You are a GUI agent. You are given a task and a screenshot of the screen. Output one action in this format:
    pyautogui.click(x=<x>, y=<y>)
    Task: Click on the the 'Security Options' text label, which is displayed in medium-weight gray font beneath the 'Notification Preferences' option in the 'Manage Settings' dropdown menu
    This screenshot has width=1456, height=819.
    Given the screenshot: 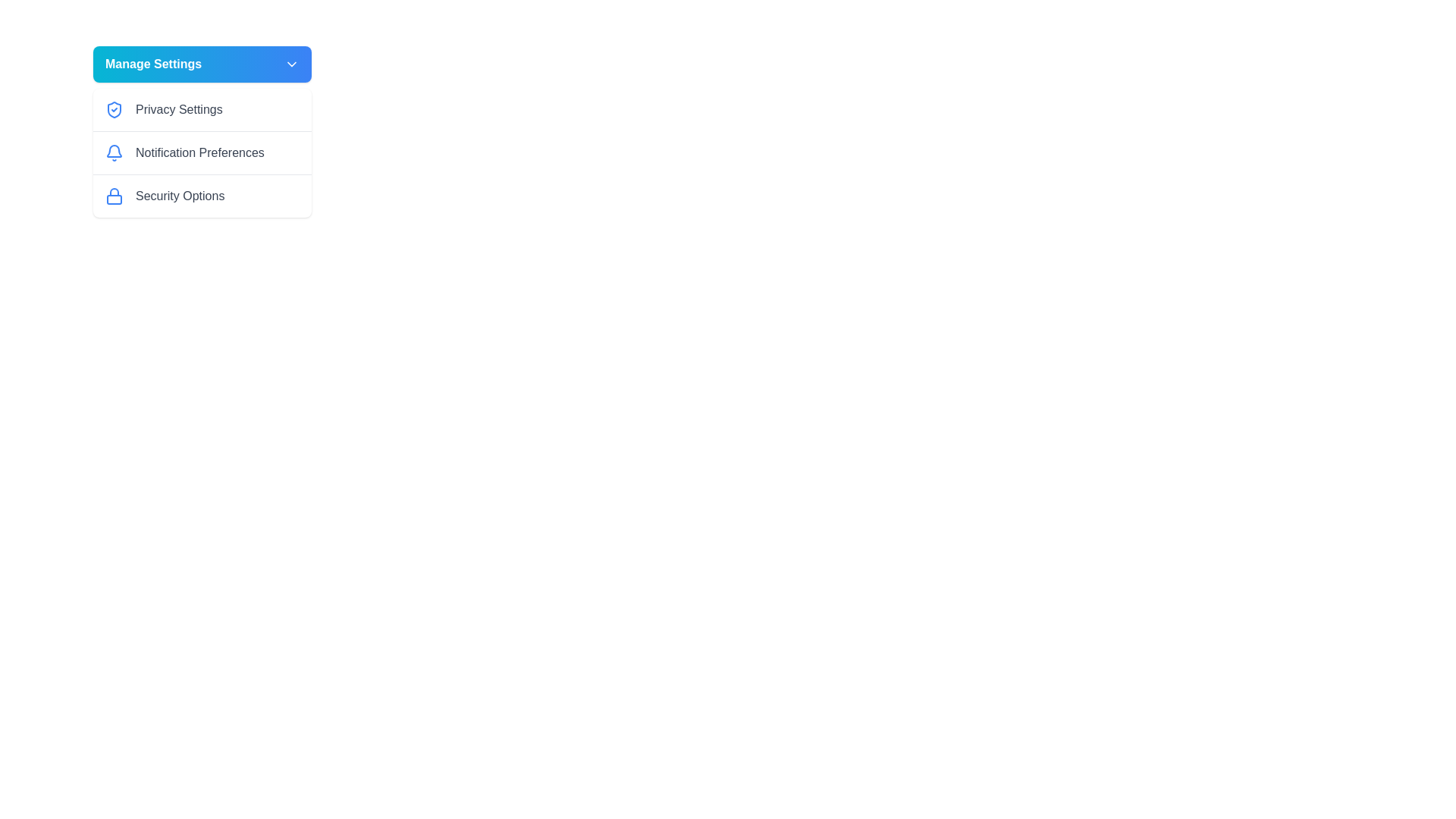 What is the action you would take?
    pyautogui.click(x=180, y=195)
    